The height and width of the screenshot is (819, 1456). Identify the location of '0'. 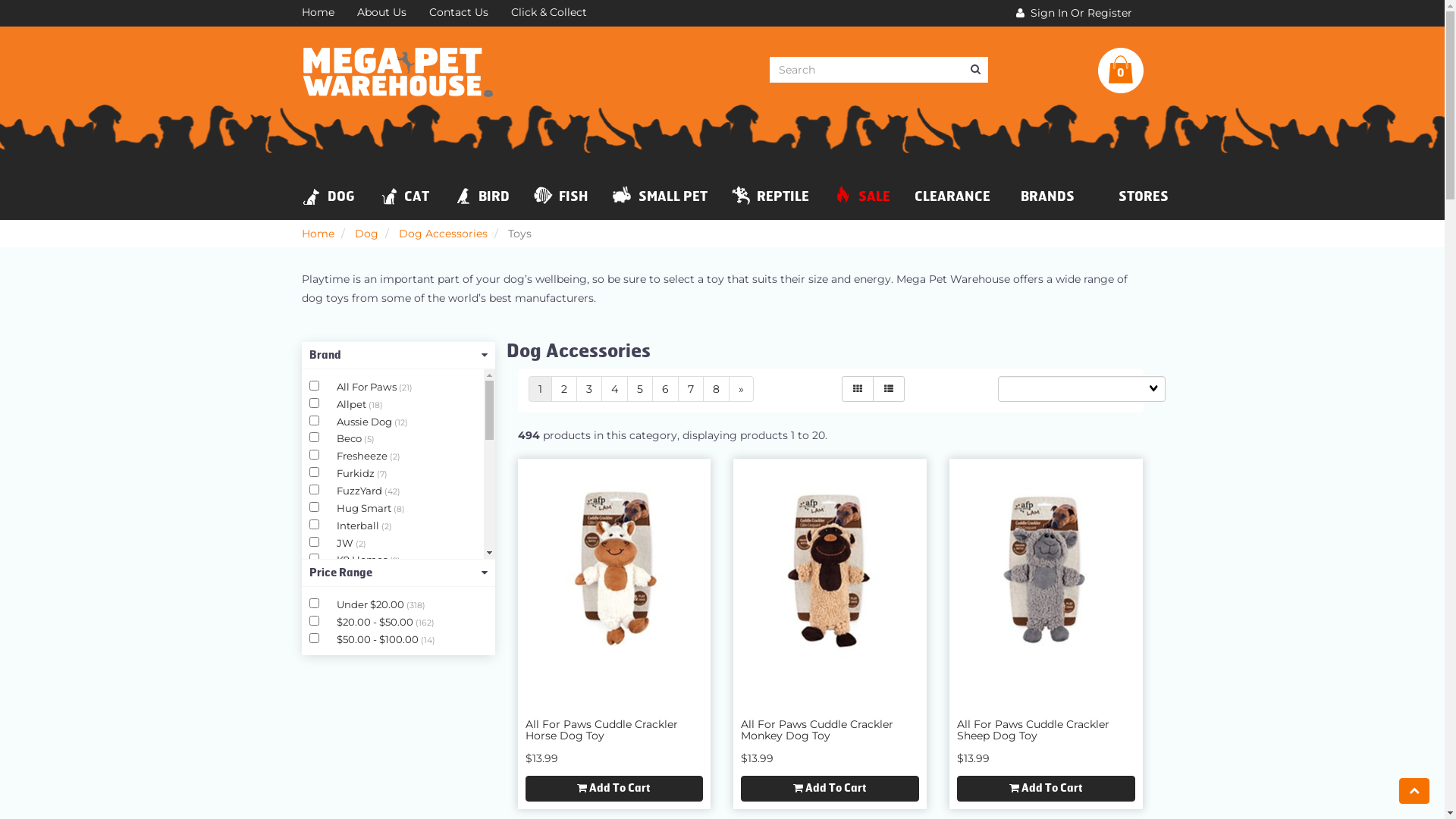
(1098, 70).